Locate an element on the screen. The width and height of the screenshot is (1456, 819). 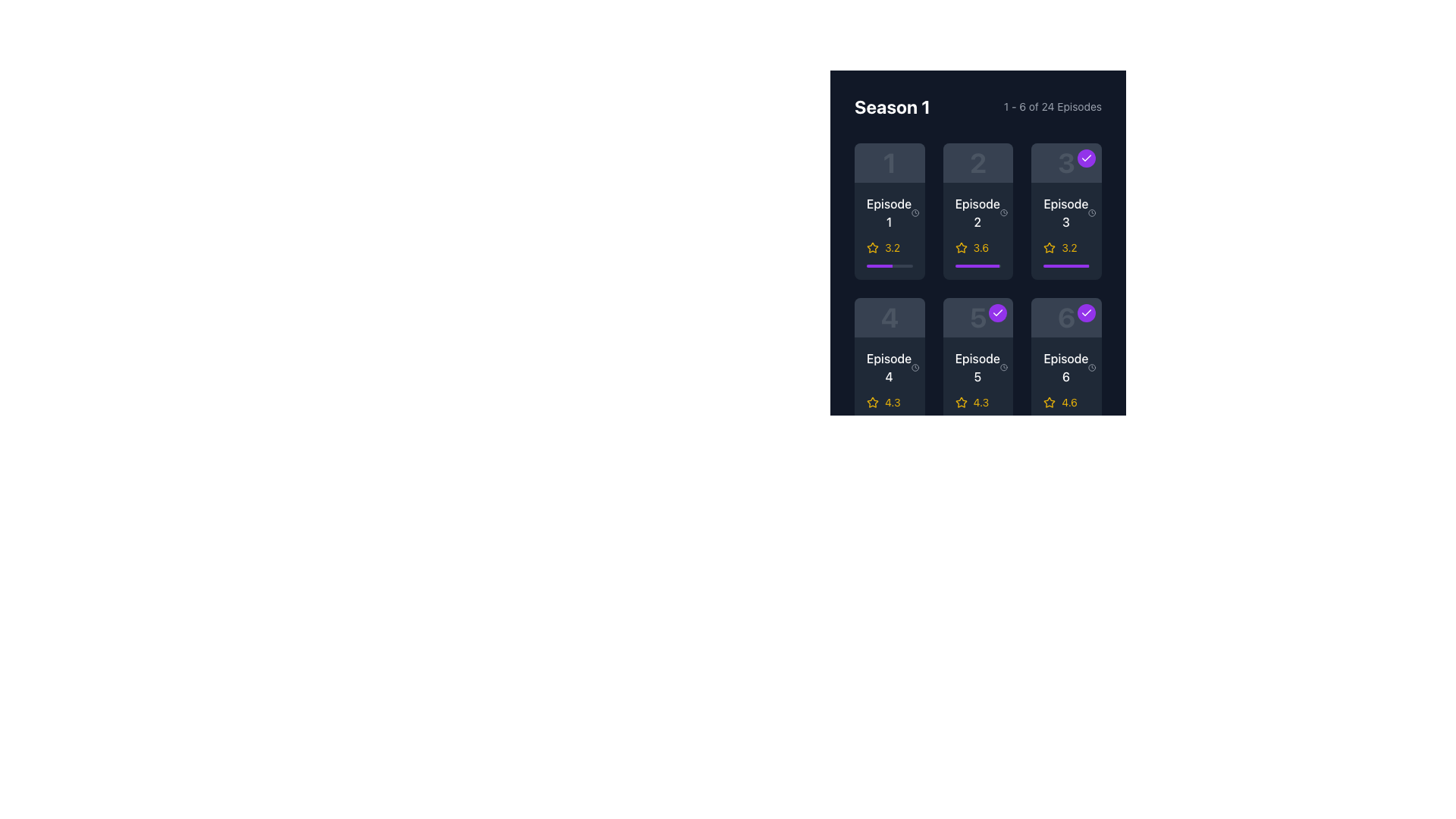
the text label displaying 'Episode 5', which is styled in white color and is part of the episode cards under 'Season 1'. This element is visually distinct with the numeral '5' positioned below the word 'Episode' is located at coordinates (977, 368).